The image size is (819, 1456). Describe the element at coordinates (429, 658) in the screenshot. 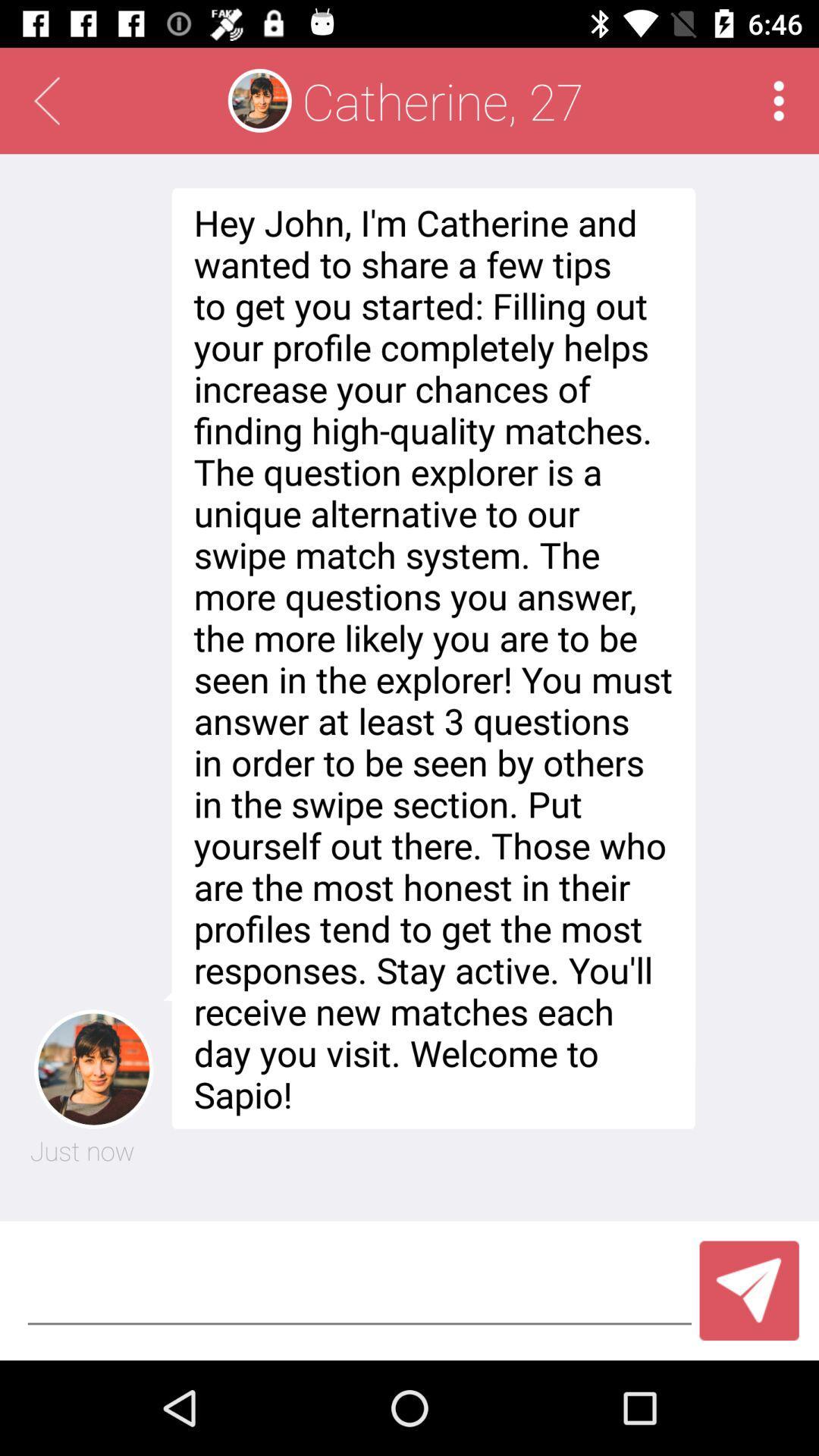

I see `hey john i at the center` at that location.